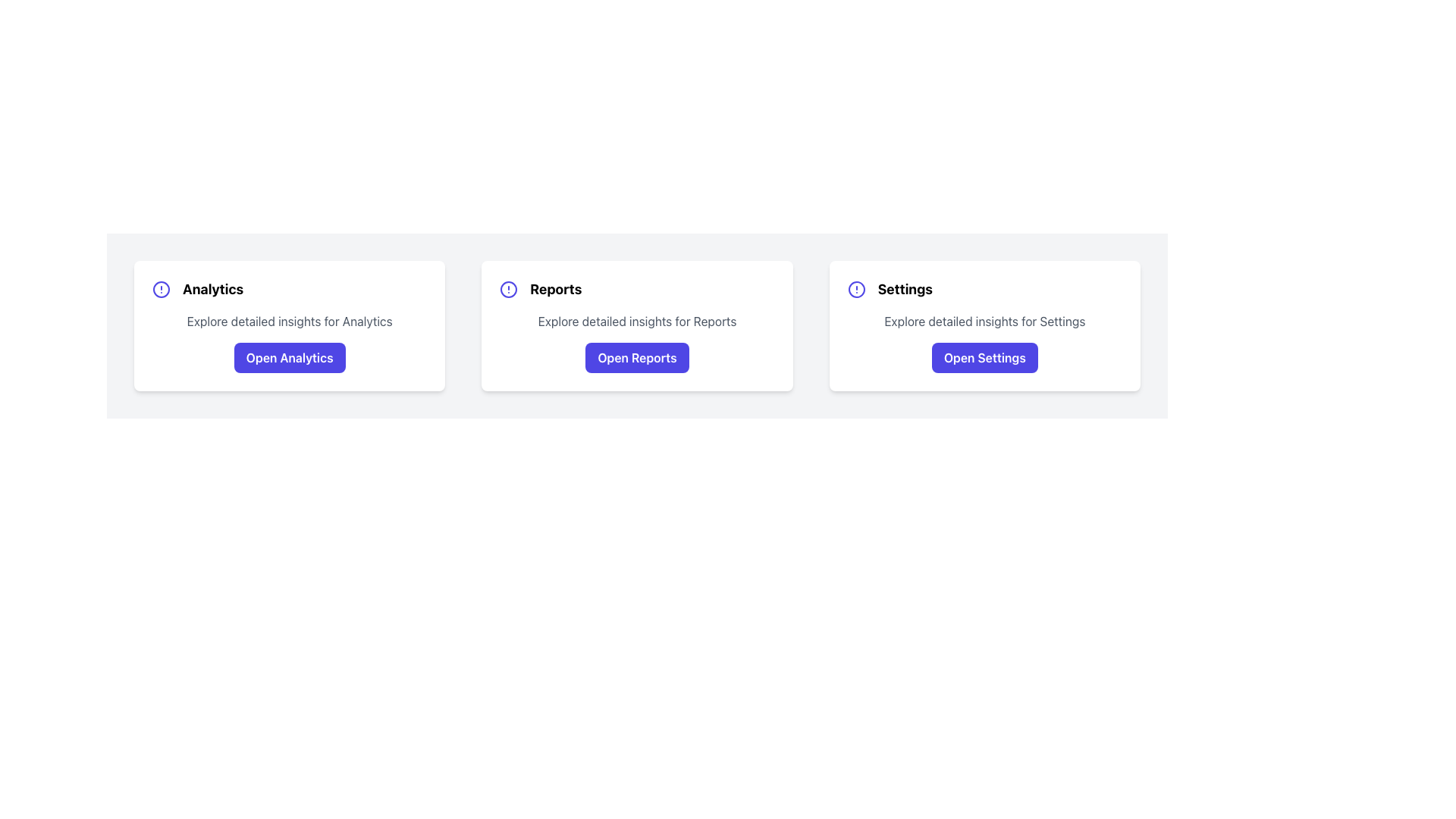  What do you see at coordinates (290, 321) in the screenshot?
I see `descriptive text element located in the middle card of the row, directly below the heading 'Analytics'` at bounding box center [290, 321].